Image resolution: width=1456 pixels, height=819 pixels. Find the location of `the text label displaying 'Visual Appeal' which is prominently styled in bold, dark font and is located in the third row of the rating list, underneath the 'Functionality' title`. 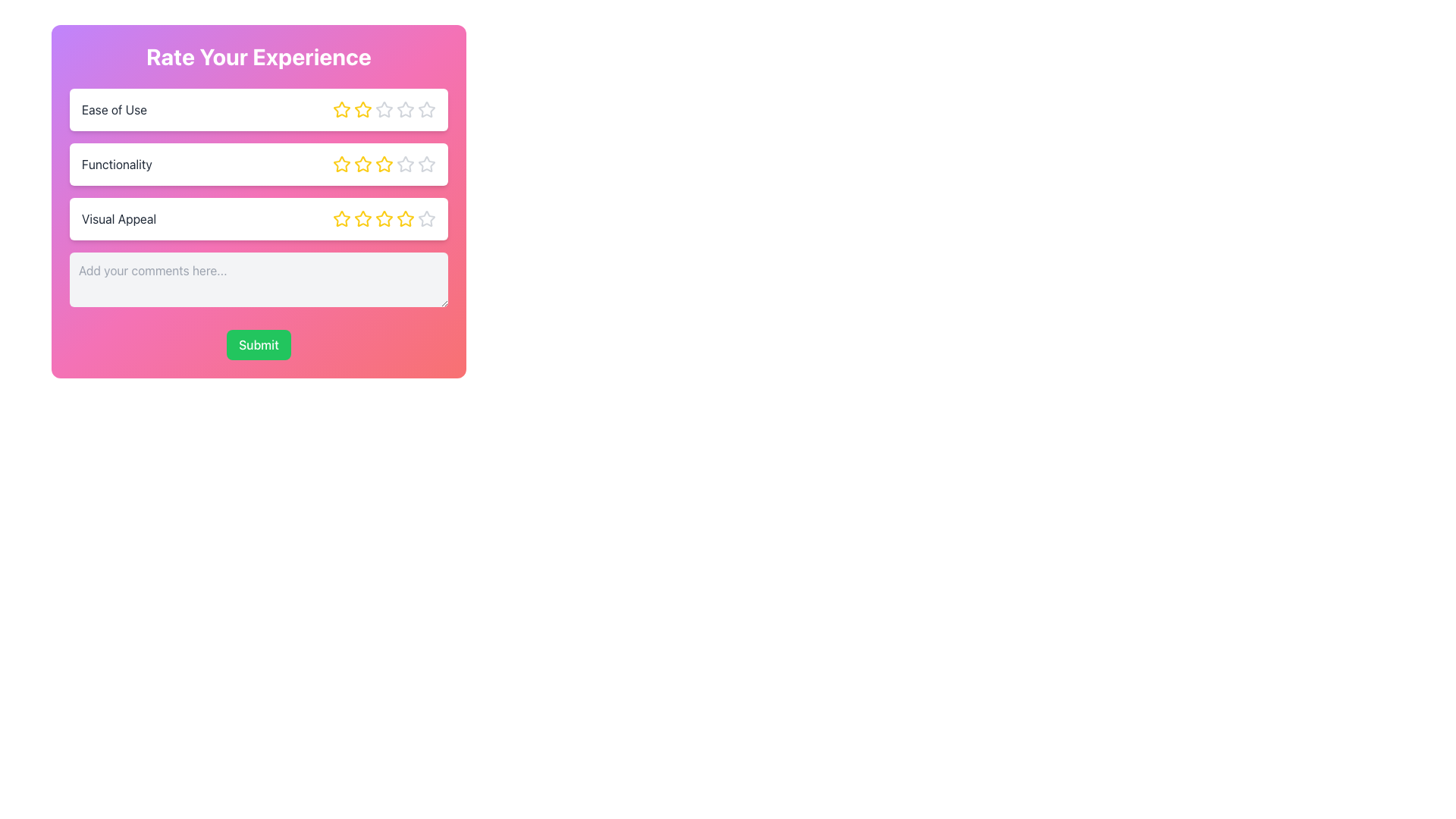

the text label displaying 'Visual Appeal' which is prominently styled in bold, dark font and is located in the third row of the rating list, underneath the 'Functionality' title is located at coordinates (118, 219).